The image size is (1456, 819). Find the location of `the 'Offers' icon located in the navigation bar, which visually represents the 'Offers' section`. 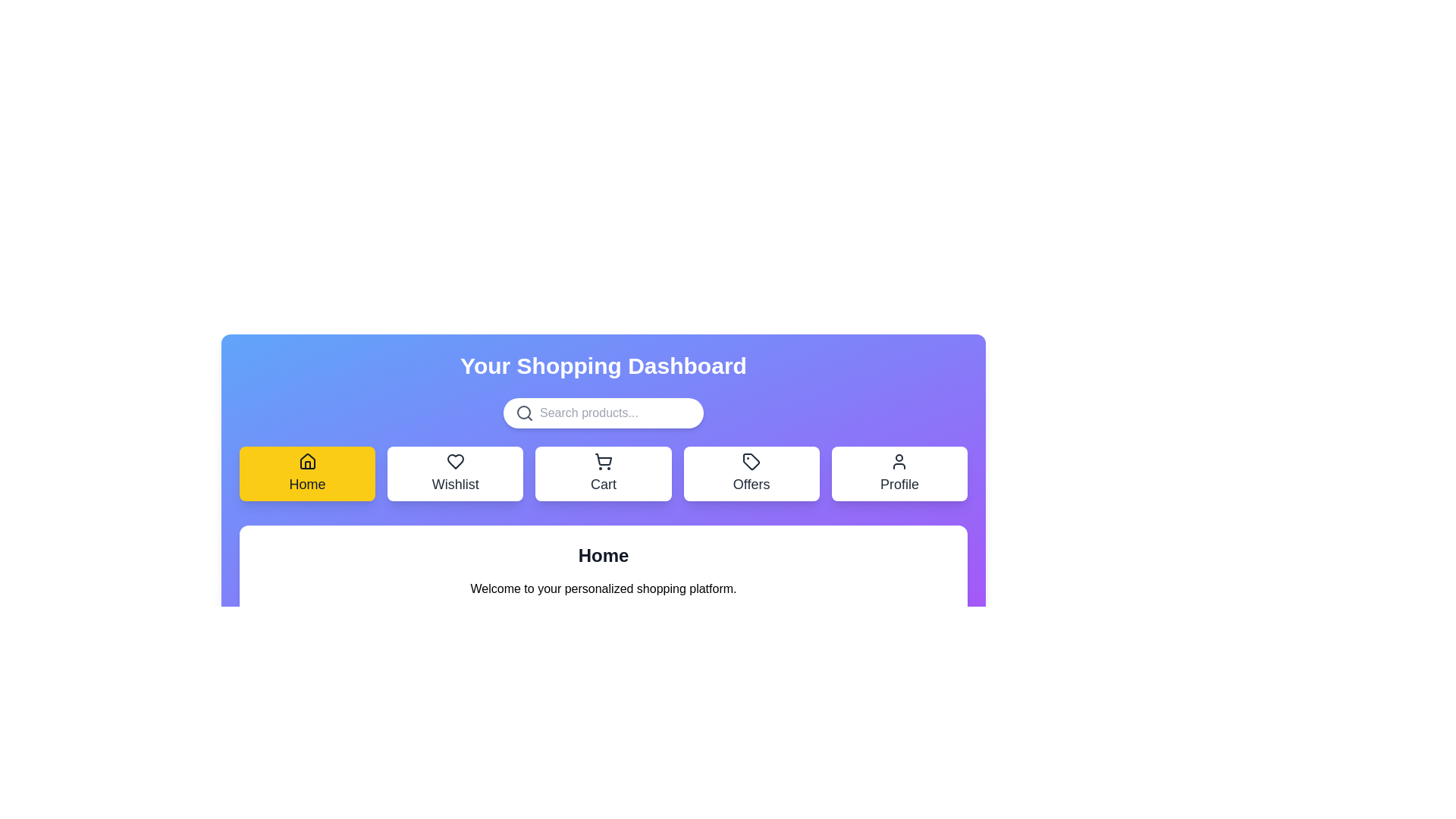

the 'Offers' icon located in the navigation bar, which visually represents the 'Offers' section is located at coordinates (752, 461).